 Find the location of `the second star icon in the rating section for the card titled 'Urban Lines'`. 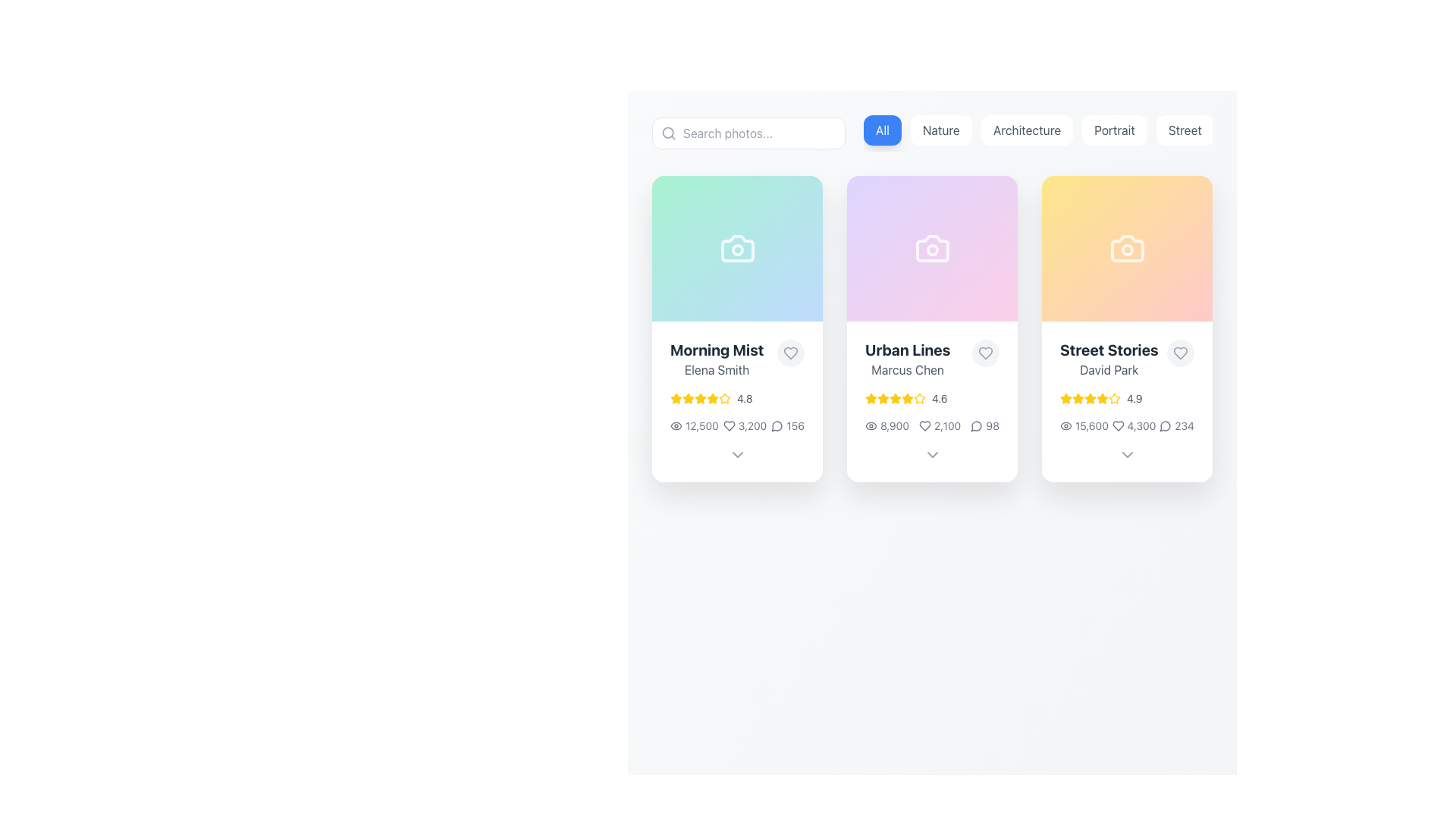

the second star icon in the rating section for the card titled 'Urban Lines' is located at coordinates (895, 397).